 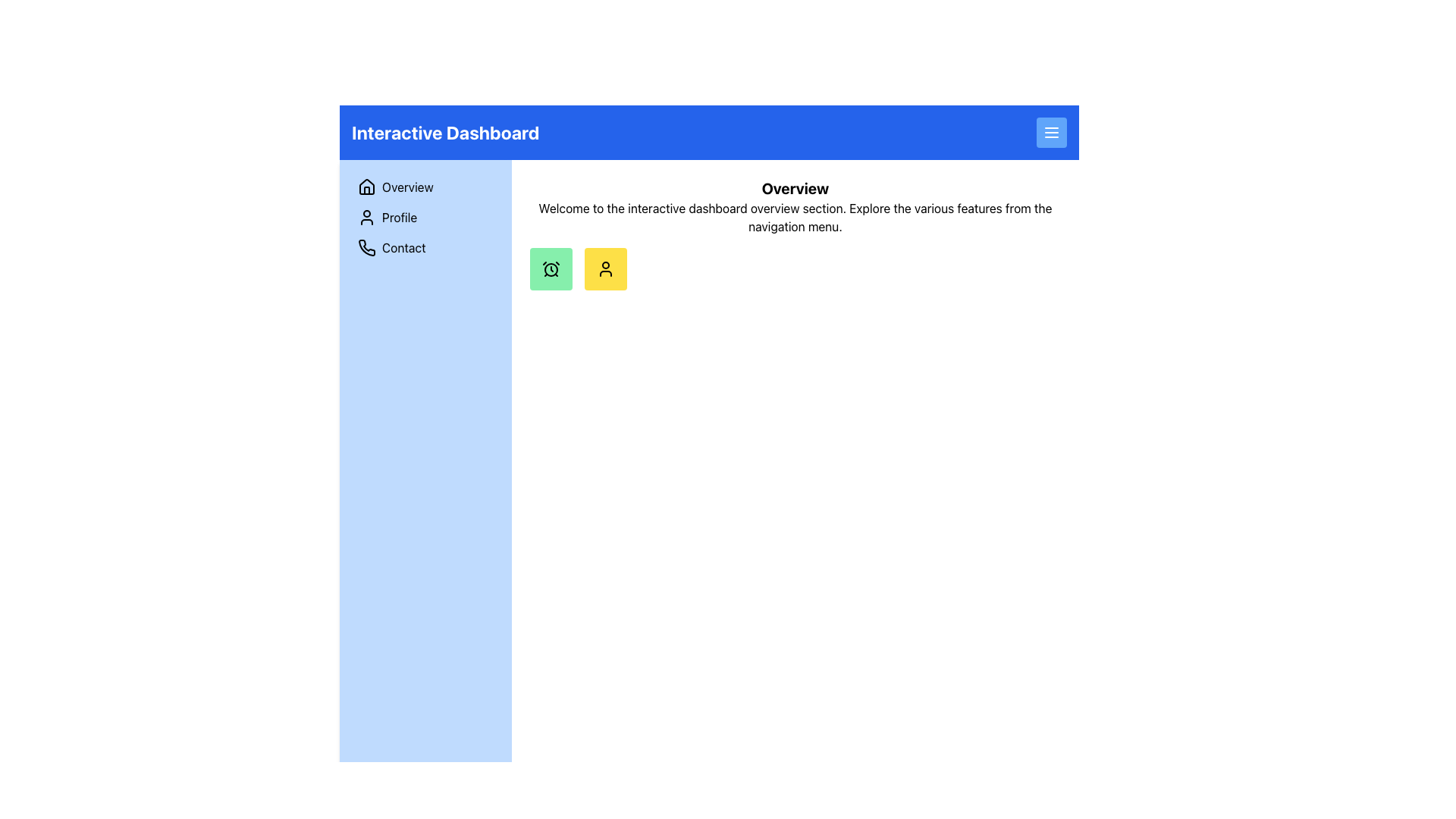 What do you see at coordinates (367, 217) in the screenshot?
I see `the user's profile icon, which is a minimalist circular shape with a stroke outline, located to the left of the 'Profile' text in the vertical navigation menu` at bounding box center [367, 217].